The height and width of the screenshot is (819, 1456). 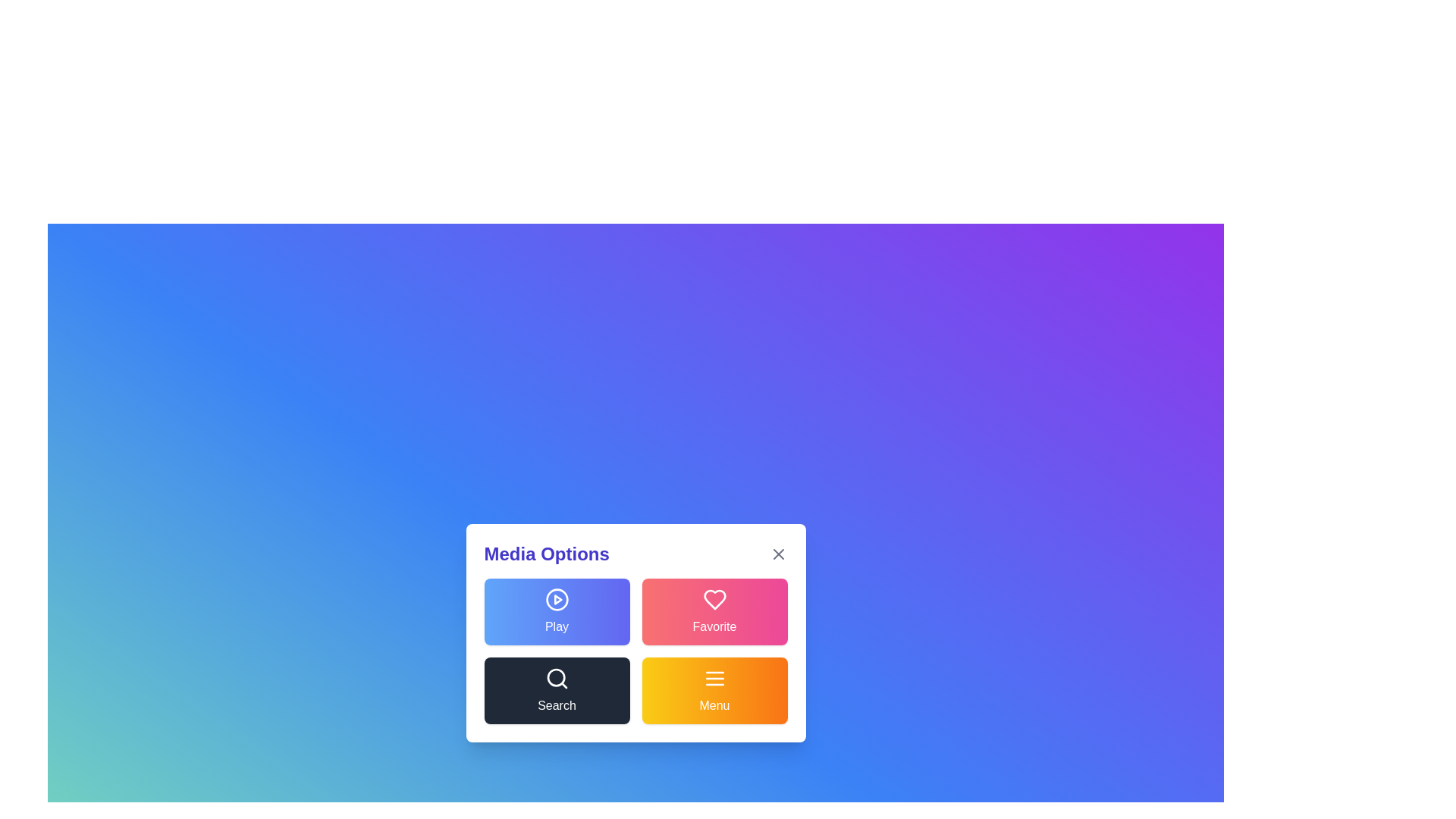 I want to click on the heart icon element located in the second row, second column of the 'Media Options' modal, so click(x=714, y=598).